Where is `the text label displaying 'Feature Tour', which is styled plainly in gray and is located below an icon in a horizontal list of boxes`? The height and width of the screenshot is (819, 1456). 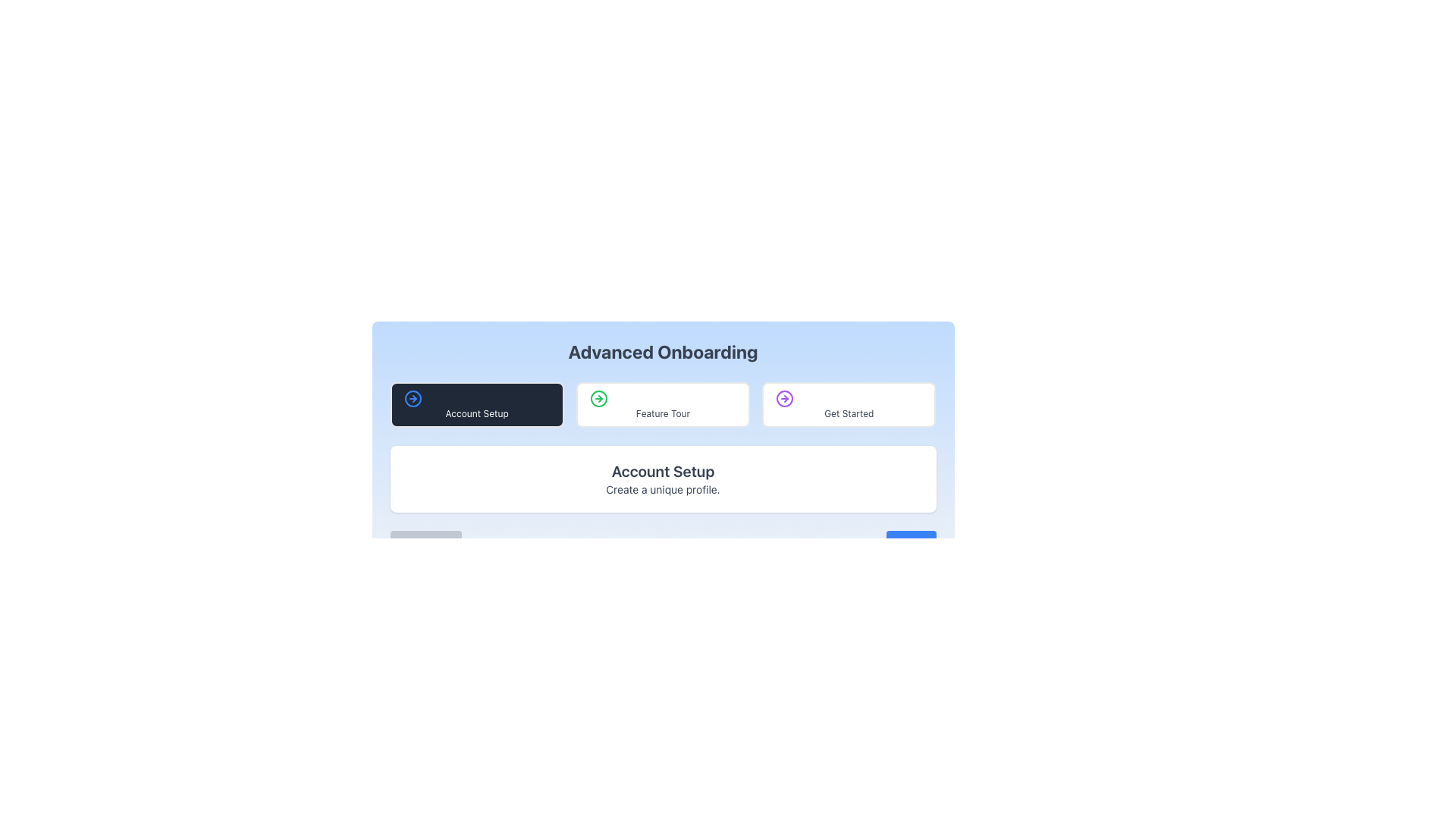 the text label displaying 'Feature Tour', which is styled plainly in gray and is located below an icon in a horizontal list of boxes is located at coordinates (663, 414).